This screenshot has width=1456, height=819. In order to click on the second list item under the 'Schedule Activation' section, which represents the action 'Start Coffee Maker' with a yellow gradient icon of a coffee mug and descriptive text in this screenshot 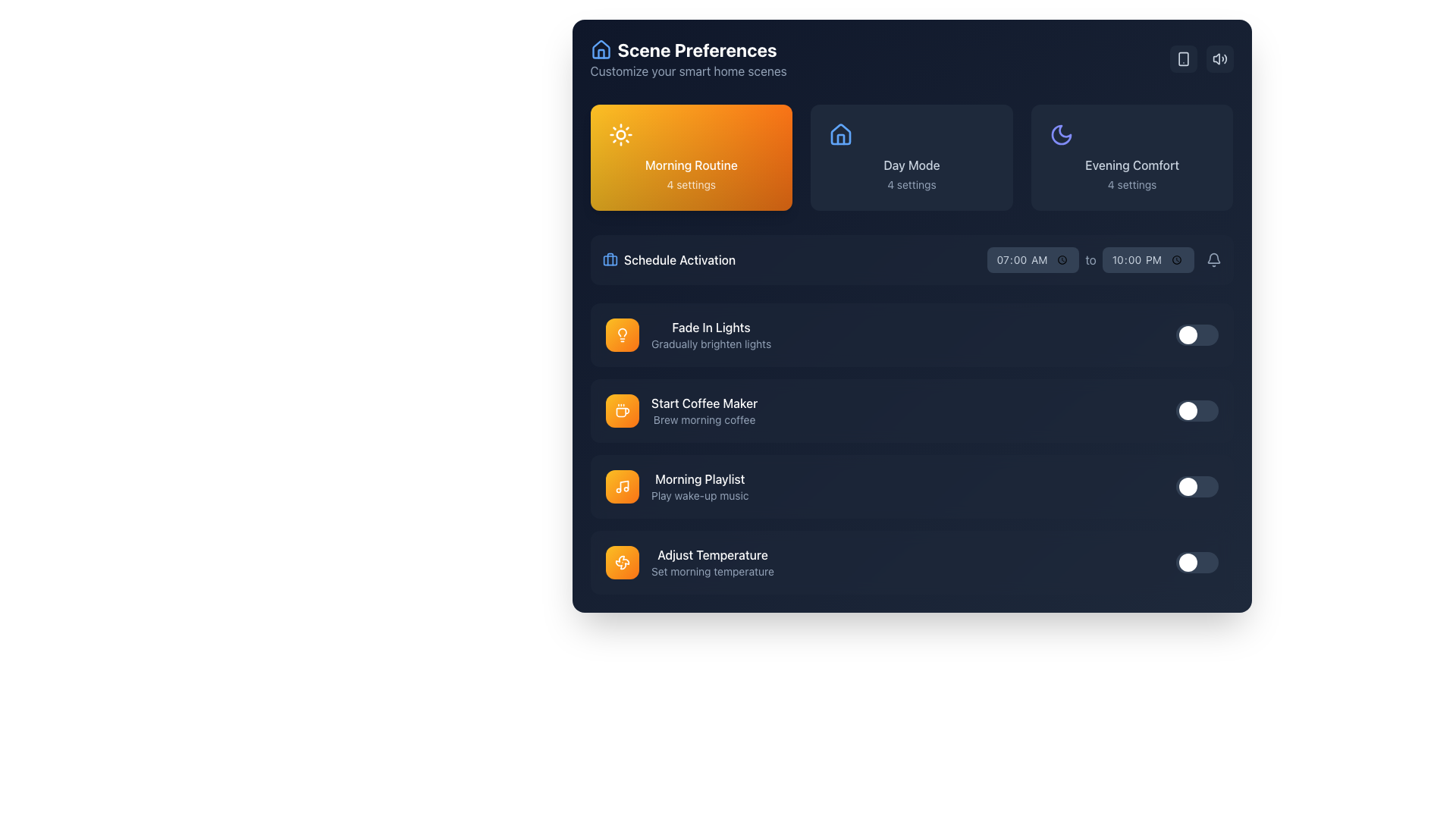, I will do `click(680, 411)`.